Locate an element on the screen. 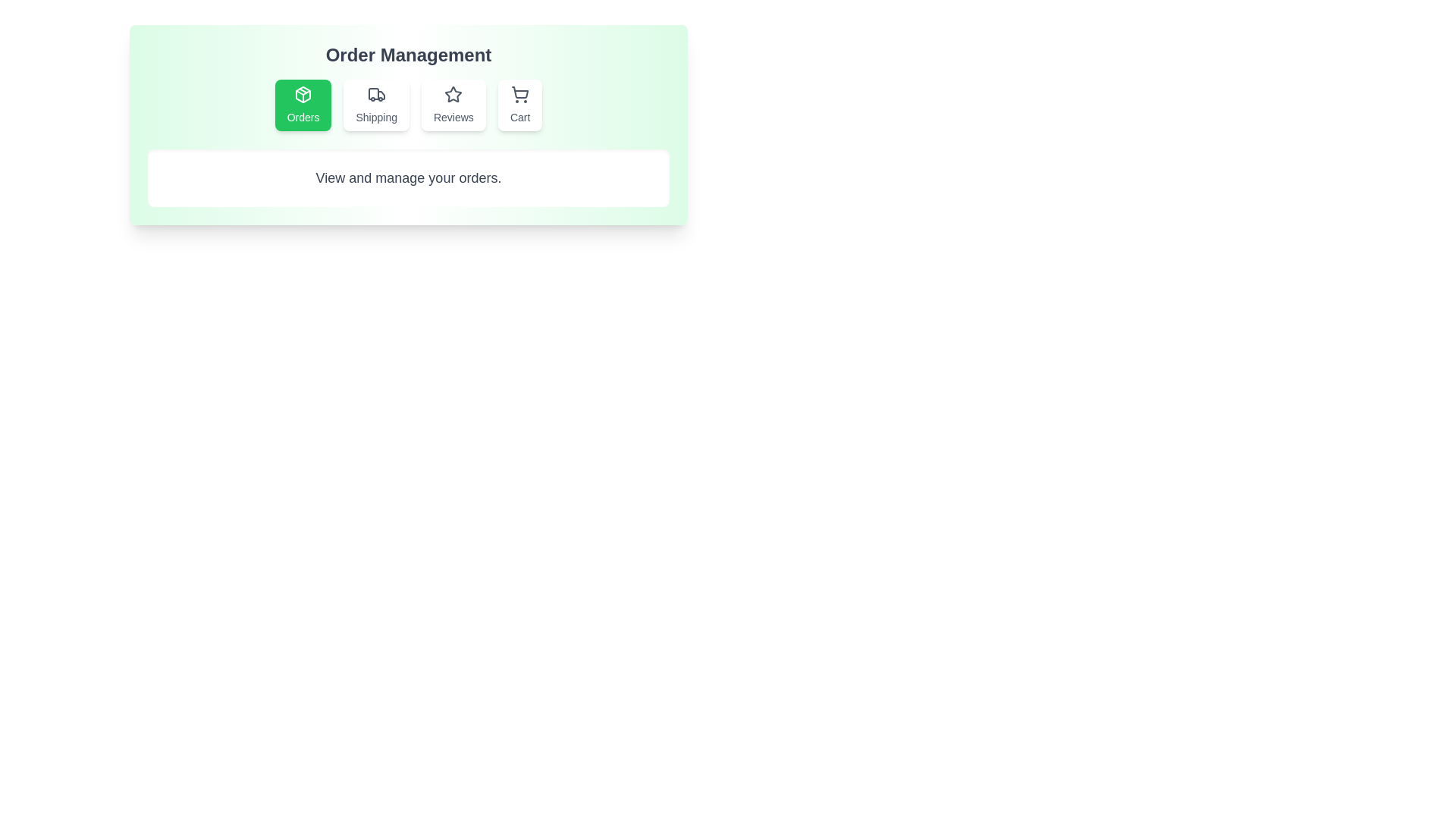 The image size is (1456, 819). the package icon within the 'Orders' button is located at coordinates (303, 94).